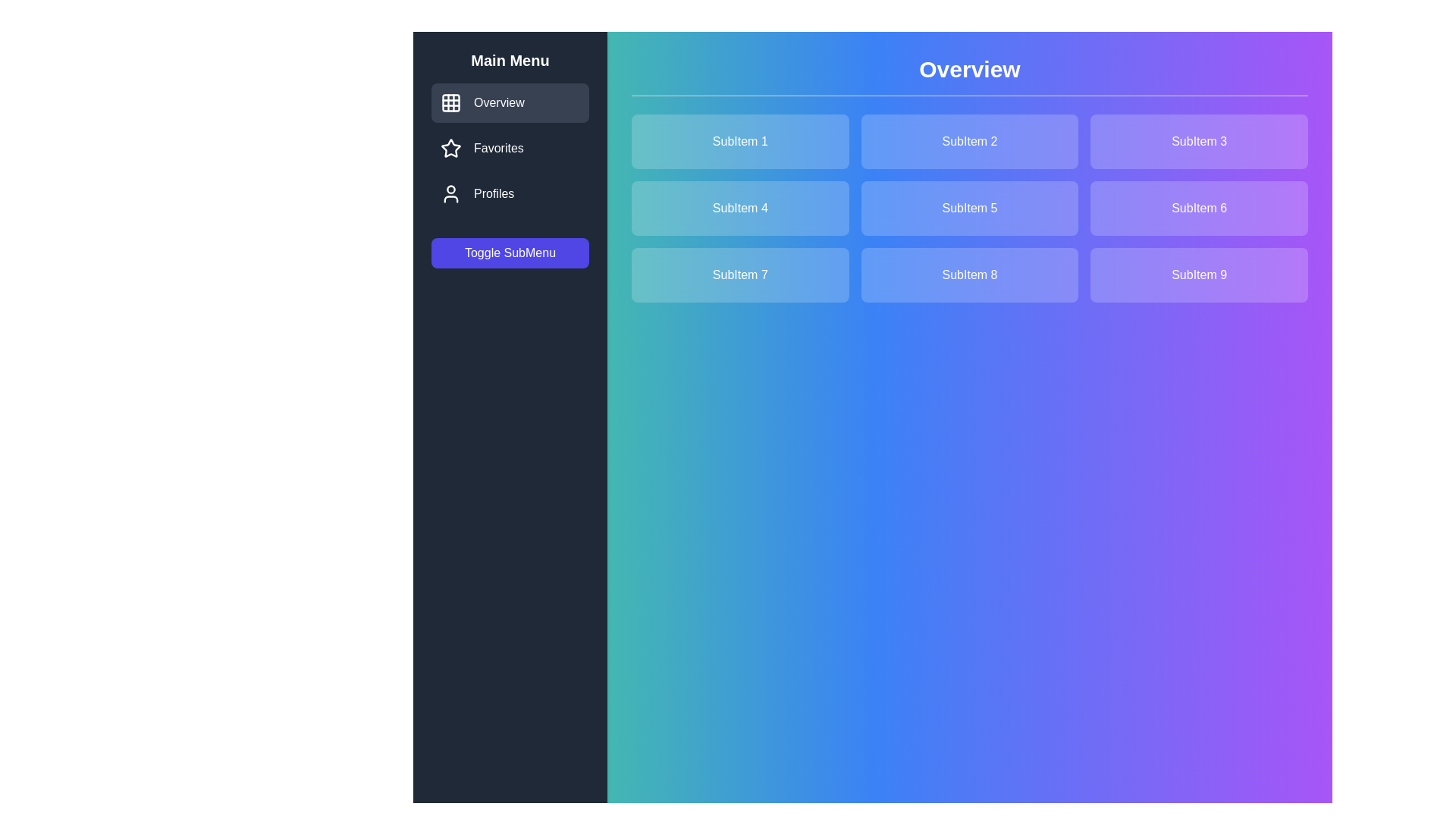  What do you see at coordinates (510, 102) in the screenshot?
I see `the menu item labeled Overview to observe the hover effect` at bounding box center [510, 102].